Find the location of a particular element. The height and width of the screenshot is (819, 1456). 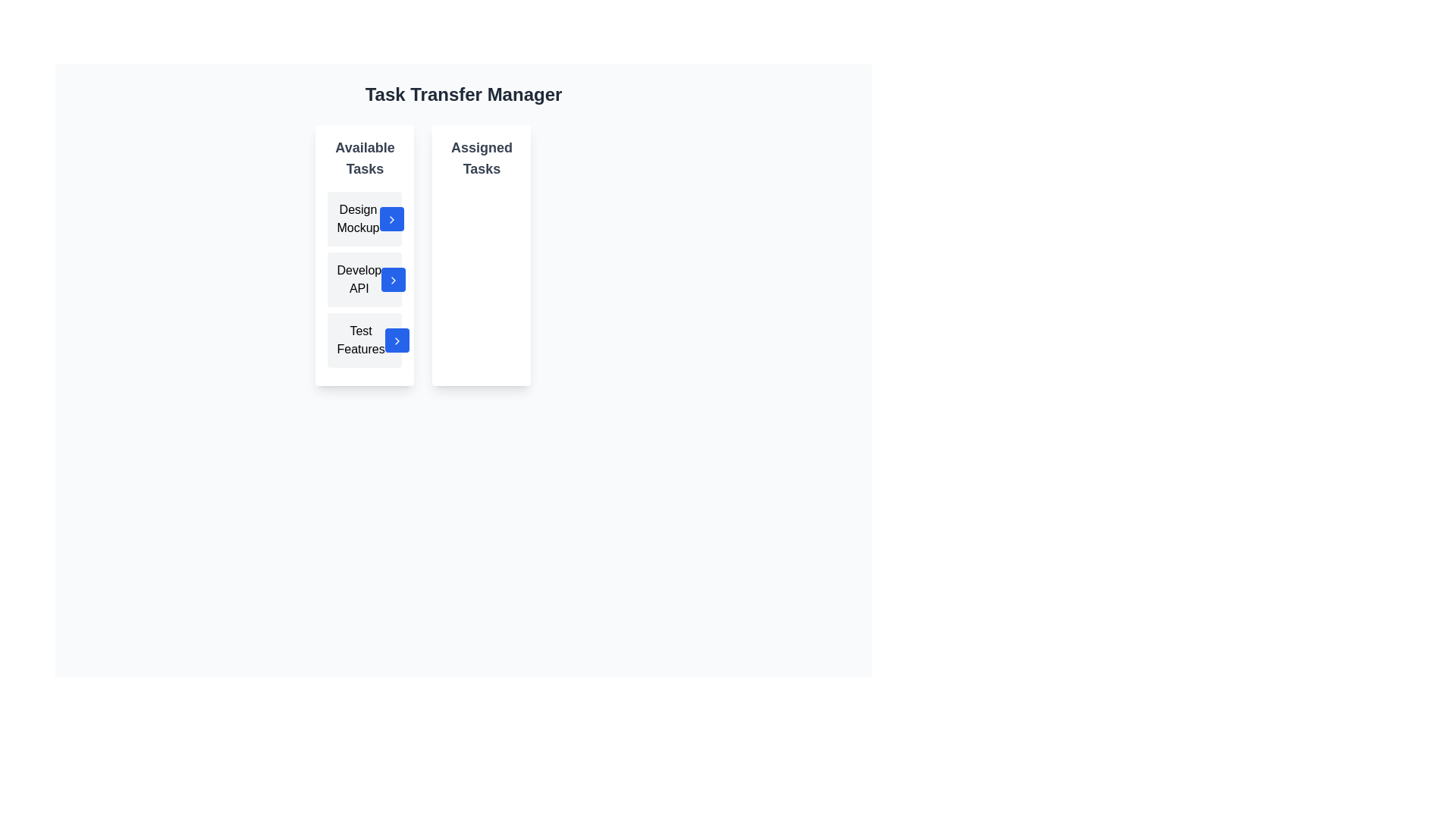

the right-pointing chevron icon with a blue background located in the second item of the list under the 'Available Tasks' column is located at coordinates (394, 280).